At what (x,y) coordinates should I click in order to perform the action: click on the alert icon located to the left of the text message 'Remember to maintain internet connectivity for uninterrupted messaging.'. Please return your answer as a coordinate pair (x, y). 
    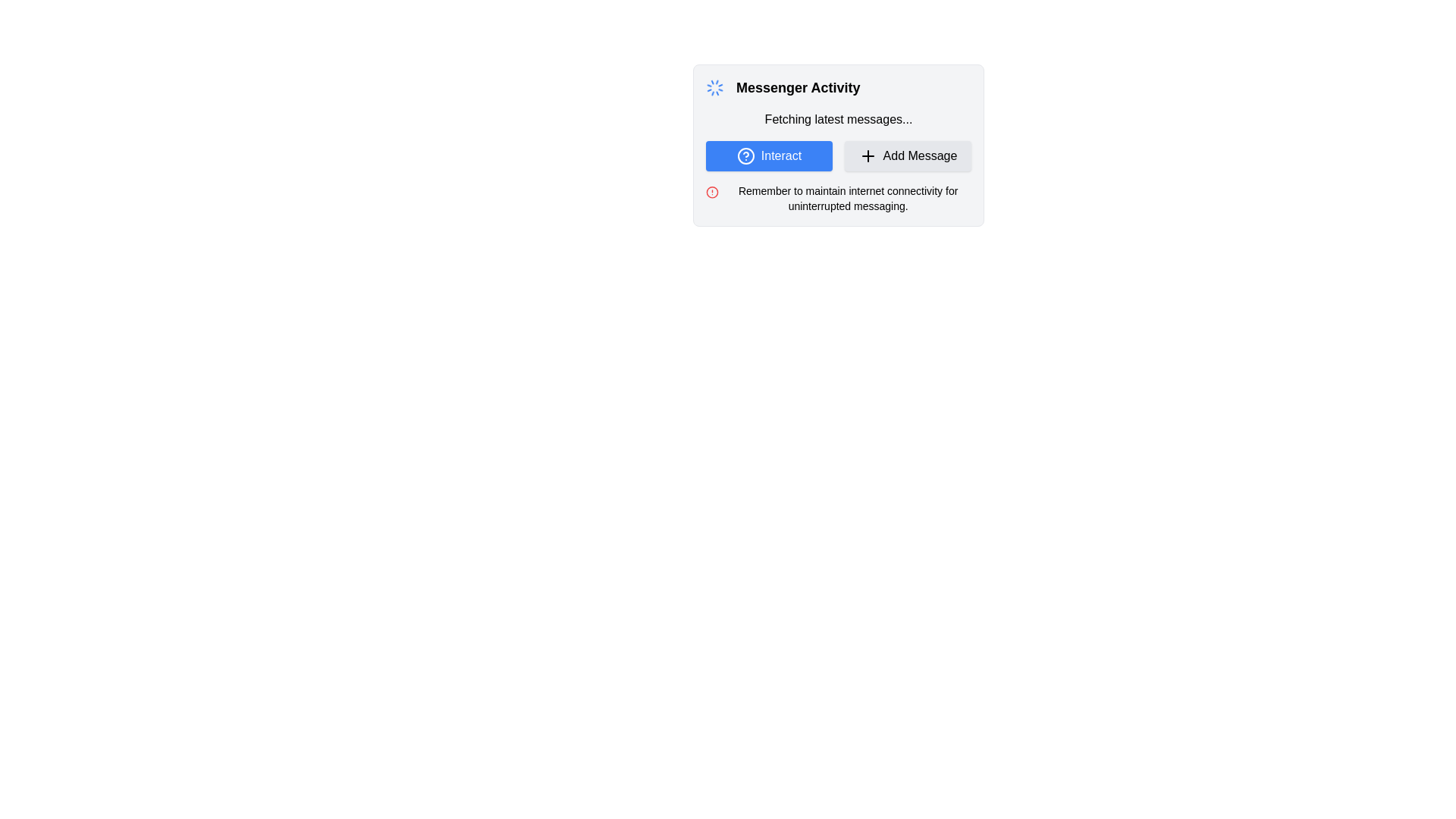
    Looking at the image, I should click on (711, 192).